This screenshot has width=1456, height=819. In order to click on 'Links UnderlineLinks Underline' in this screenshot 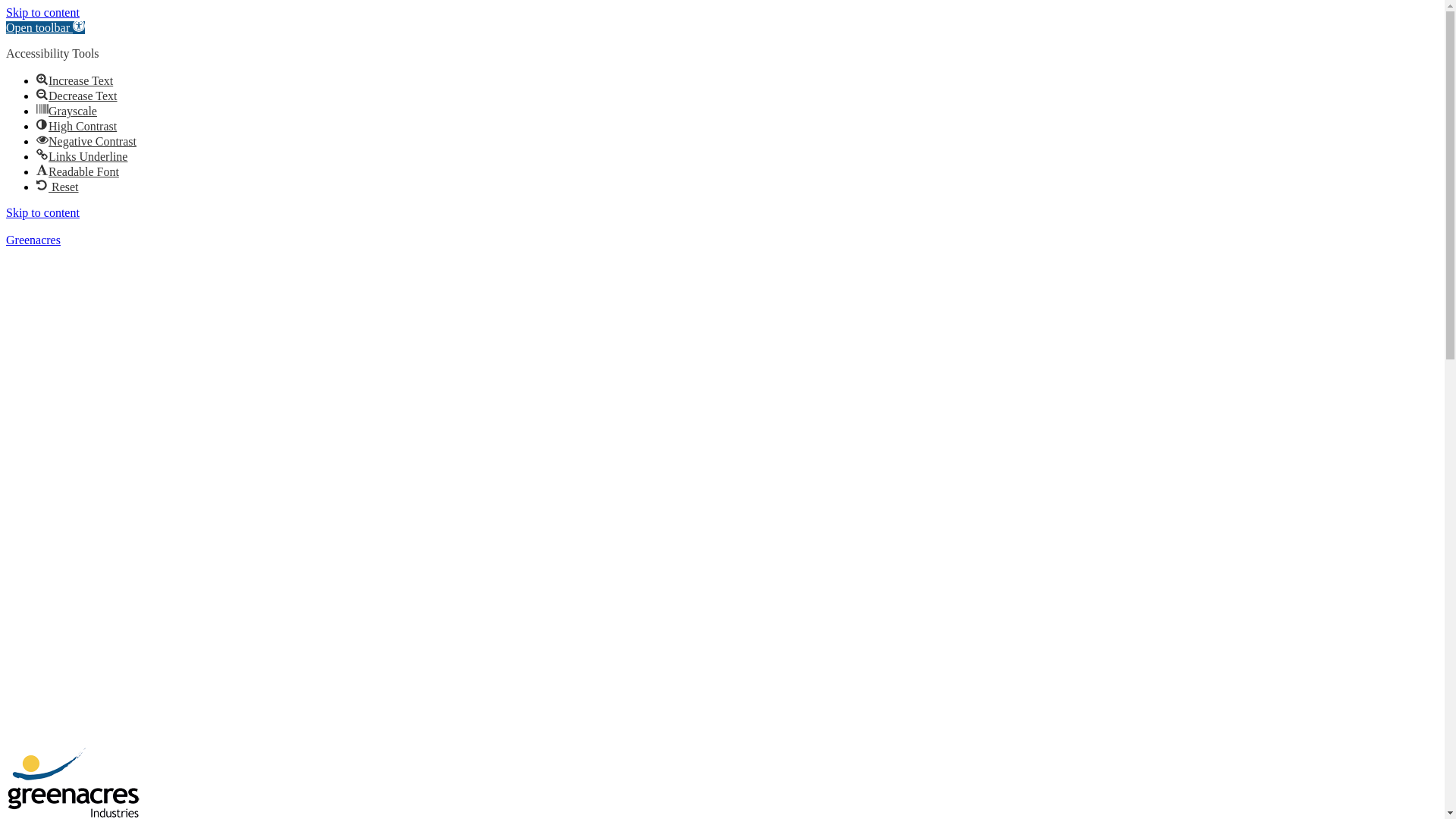, I will do `click(80, 156)`.